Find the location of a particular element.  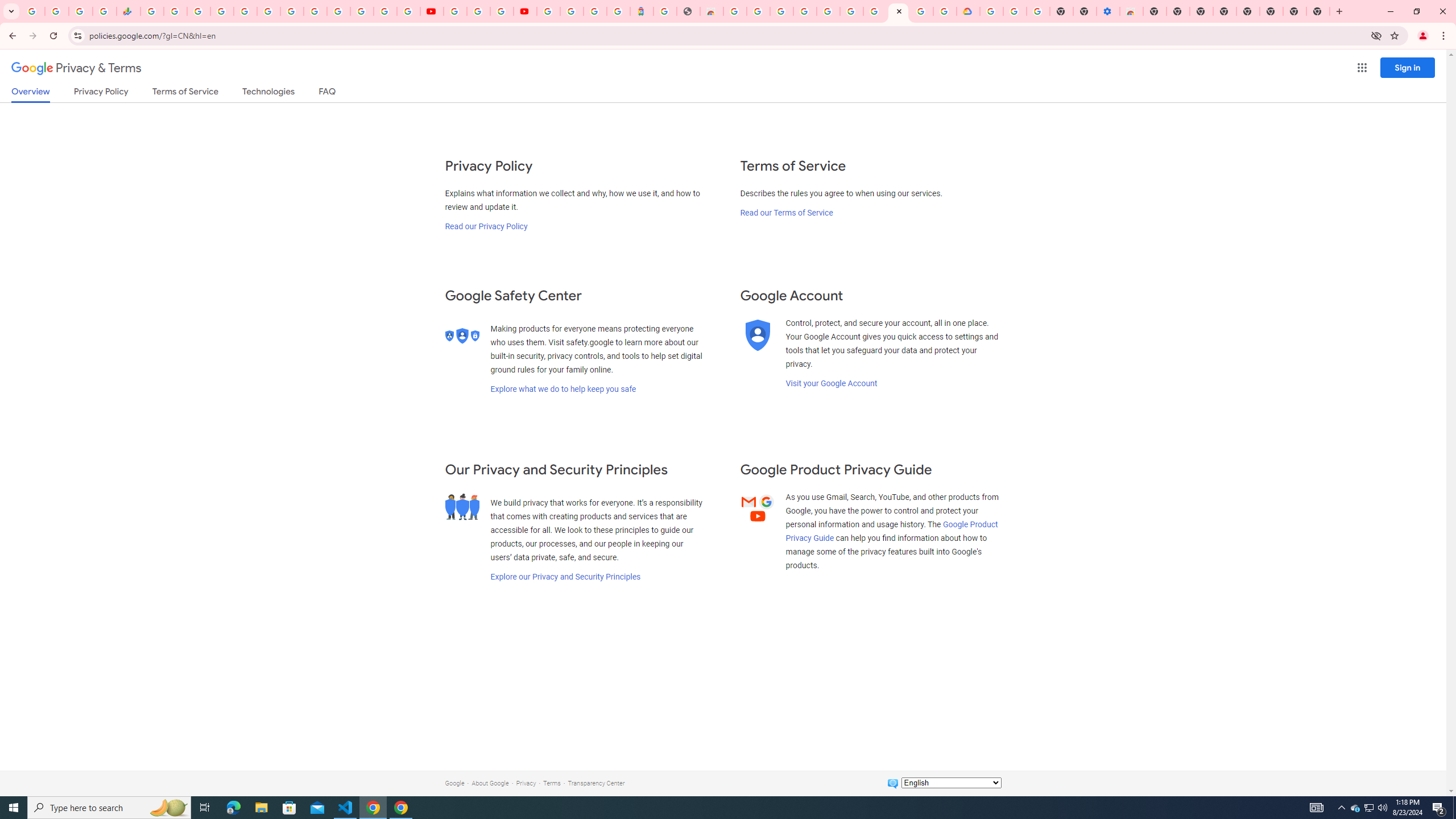

'Explore our Privacy and Security Principles' is located at coordinates (565, 576).